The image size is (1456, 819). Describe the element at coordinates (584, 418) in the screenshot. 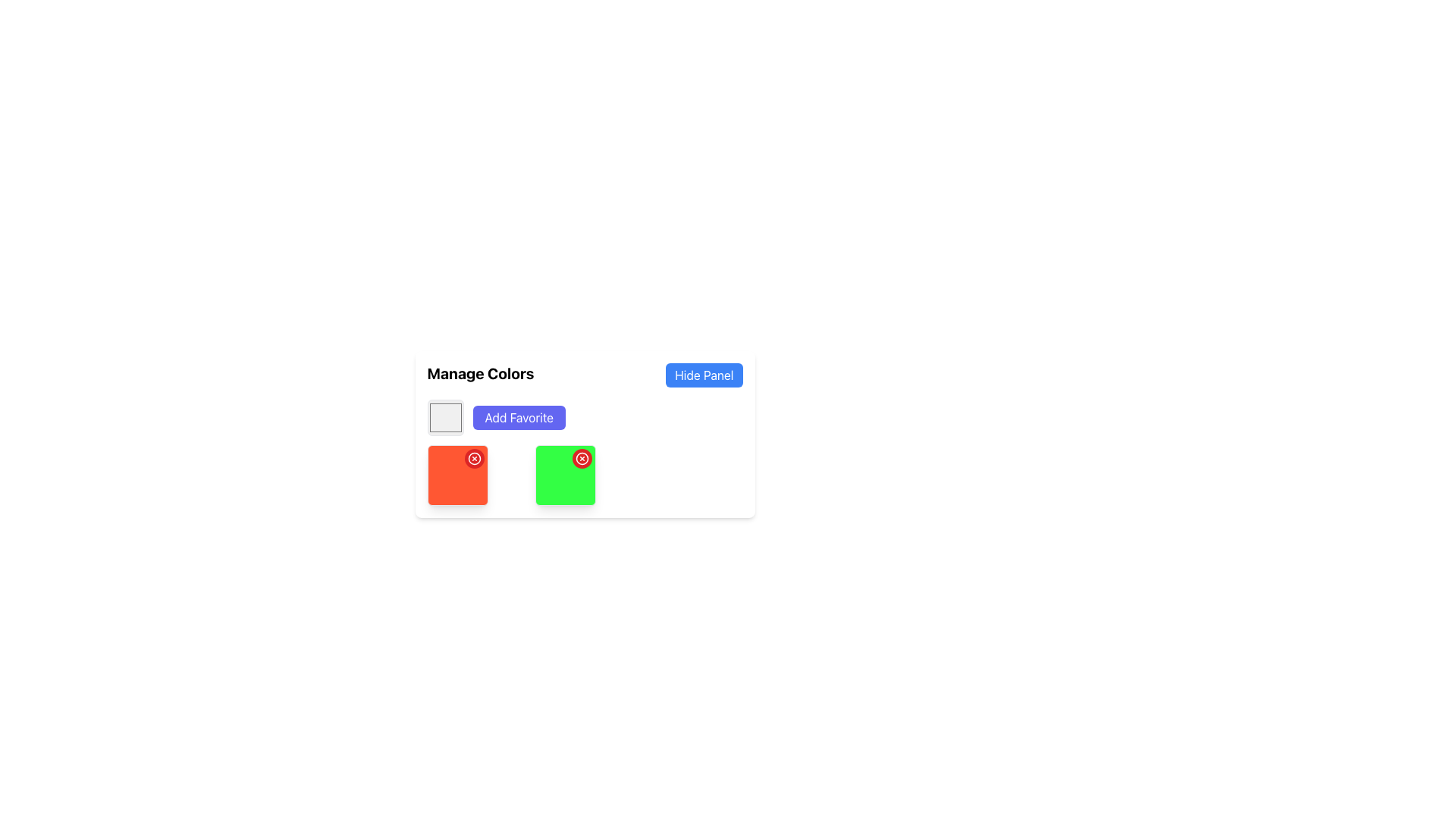

I see `the 'Add Favorite' button located to the right of the color preview box beneath the 'Manage Colors' title` at that location.